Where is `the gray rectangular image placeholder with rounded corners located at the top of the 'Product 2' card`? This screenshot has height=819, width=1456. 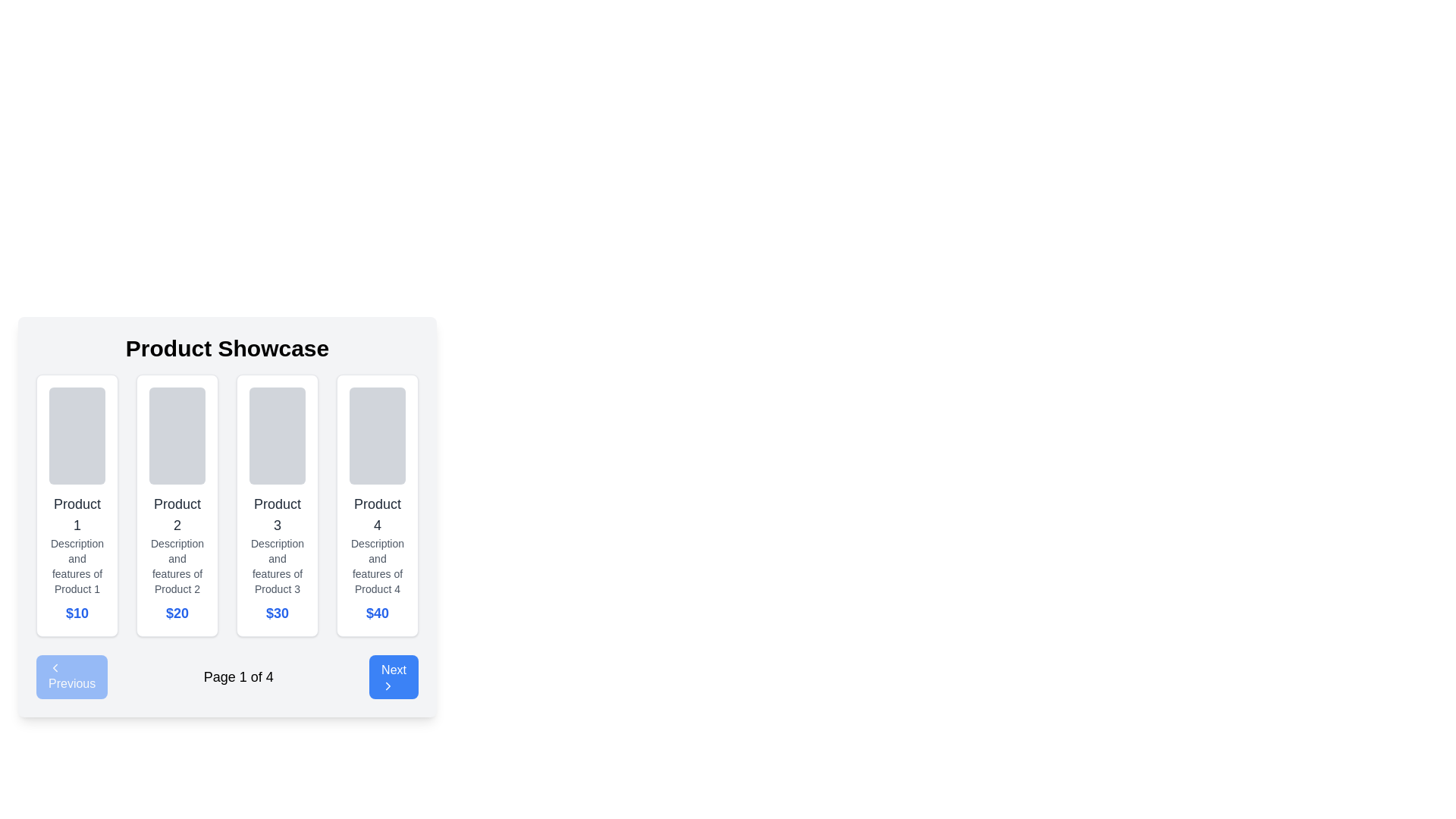 the gray rectangular image placeholder with rounded corners located at the top of the 'Product 2' card is located at coordinates (177, 435).